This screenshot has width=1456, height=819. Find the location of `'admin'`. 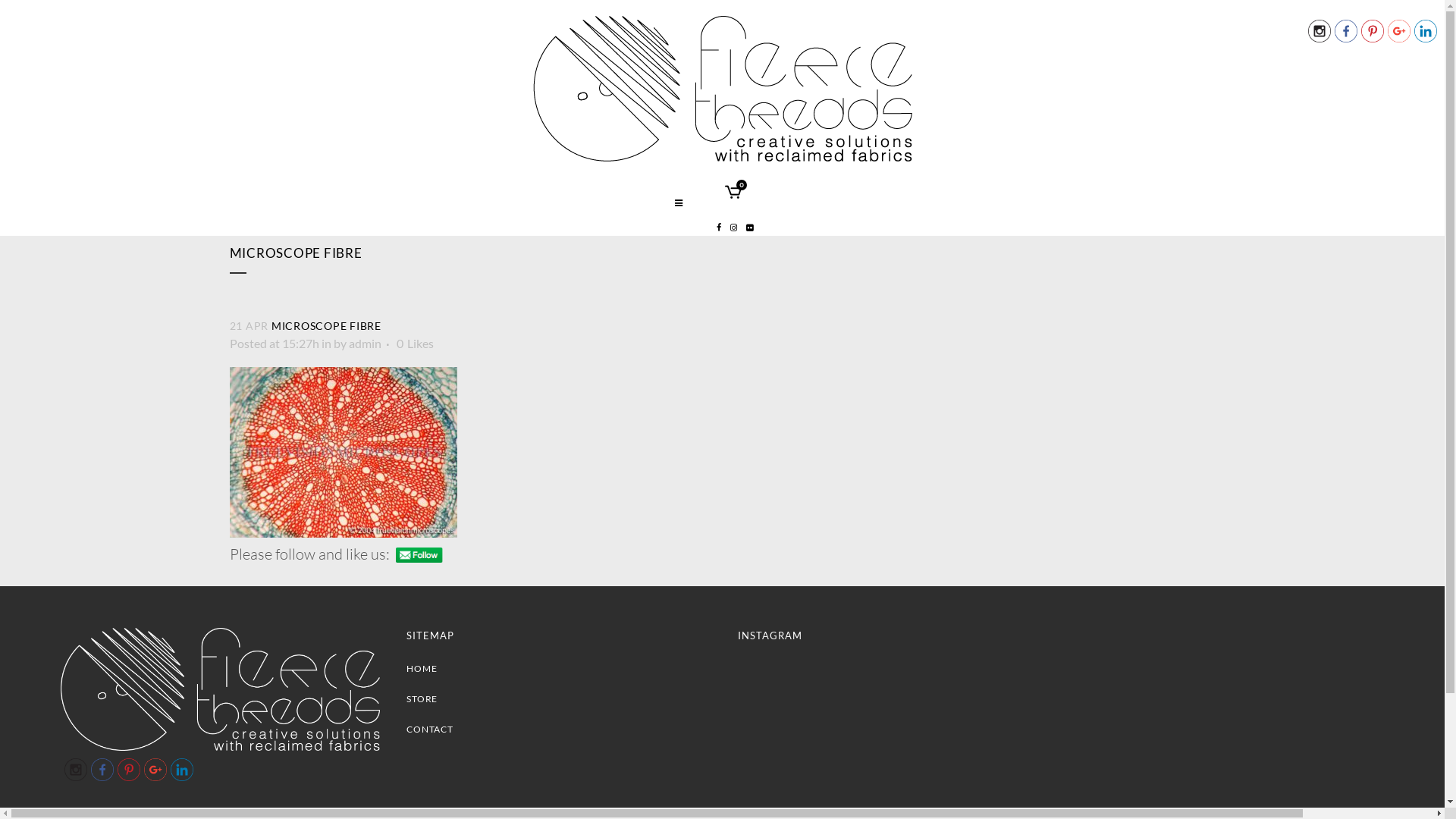

'admin' is located at coordinates (365, 343).